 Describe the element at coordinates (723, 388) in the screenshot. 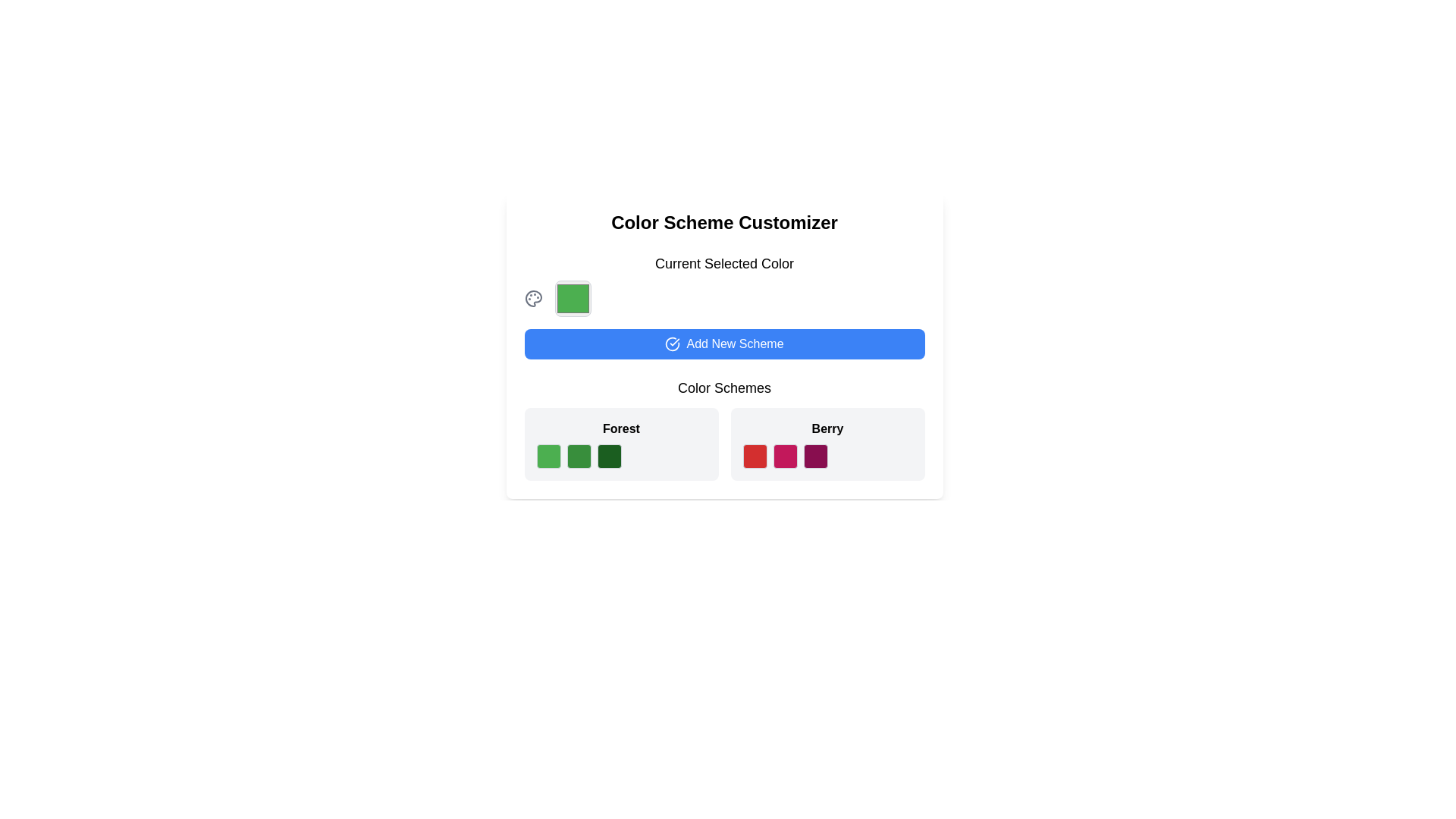

I see `the Text Label that serves as a title for the available color schemes, located above the grids labeled 'Forest' and 'Berry'` at that location.